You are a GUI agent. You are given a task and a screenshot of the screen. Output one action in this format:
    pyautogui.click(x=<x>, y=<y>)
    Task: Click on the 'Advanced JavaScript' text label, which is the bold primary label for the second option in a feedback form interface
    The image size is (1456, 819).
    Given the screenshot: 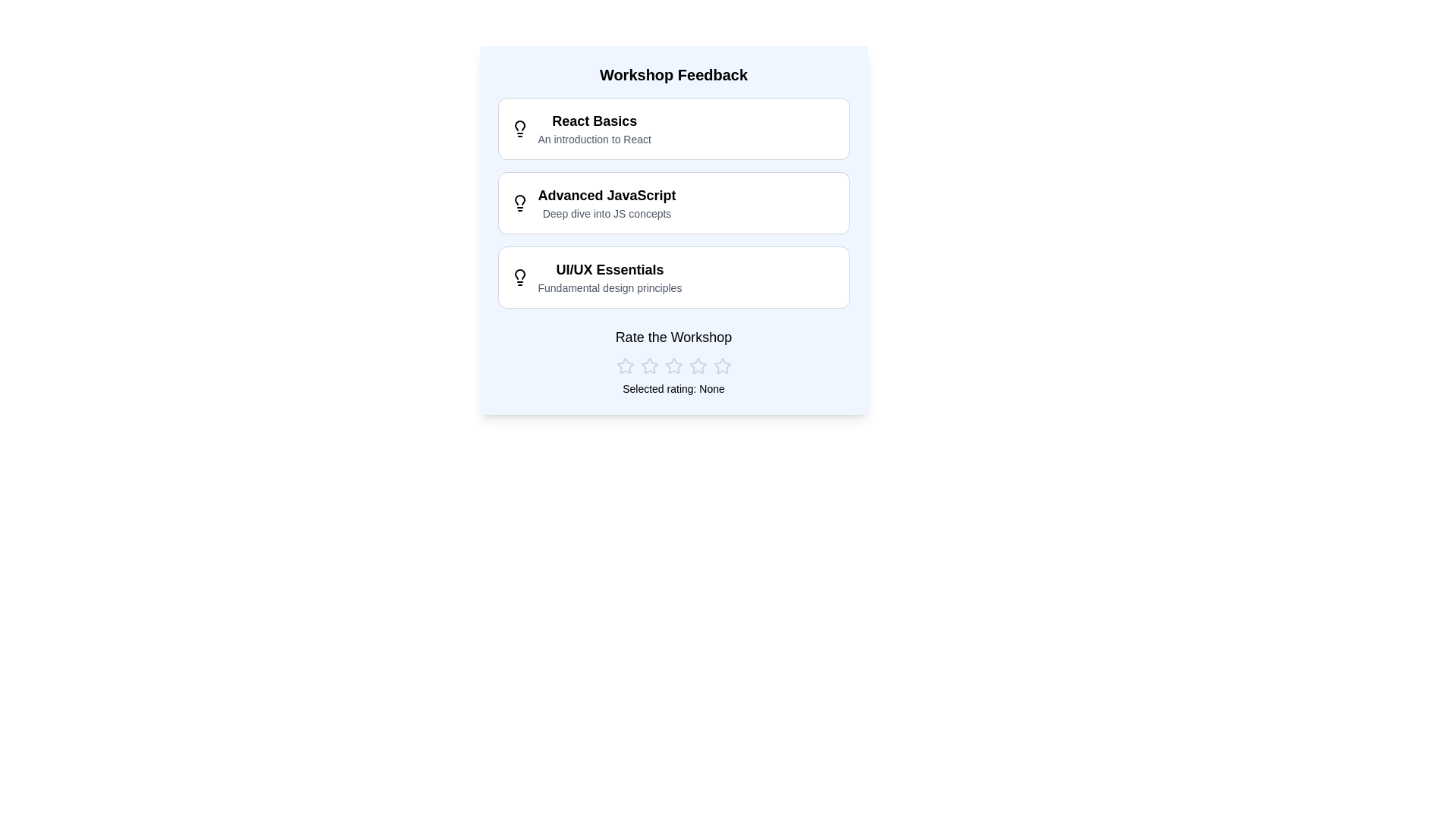 What is the action you would take?
    pyautogui.click(x=607, y=195)
    